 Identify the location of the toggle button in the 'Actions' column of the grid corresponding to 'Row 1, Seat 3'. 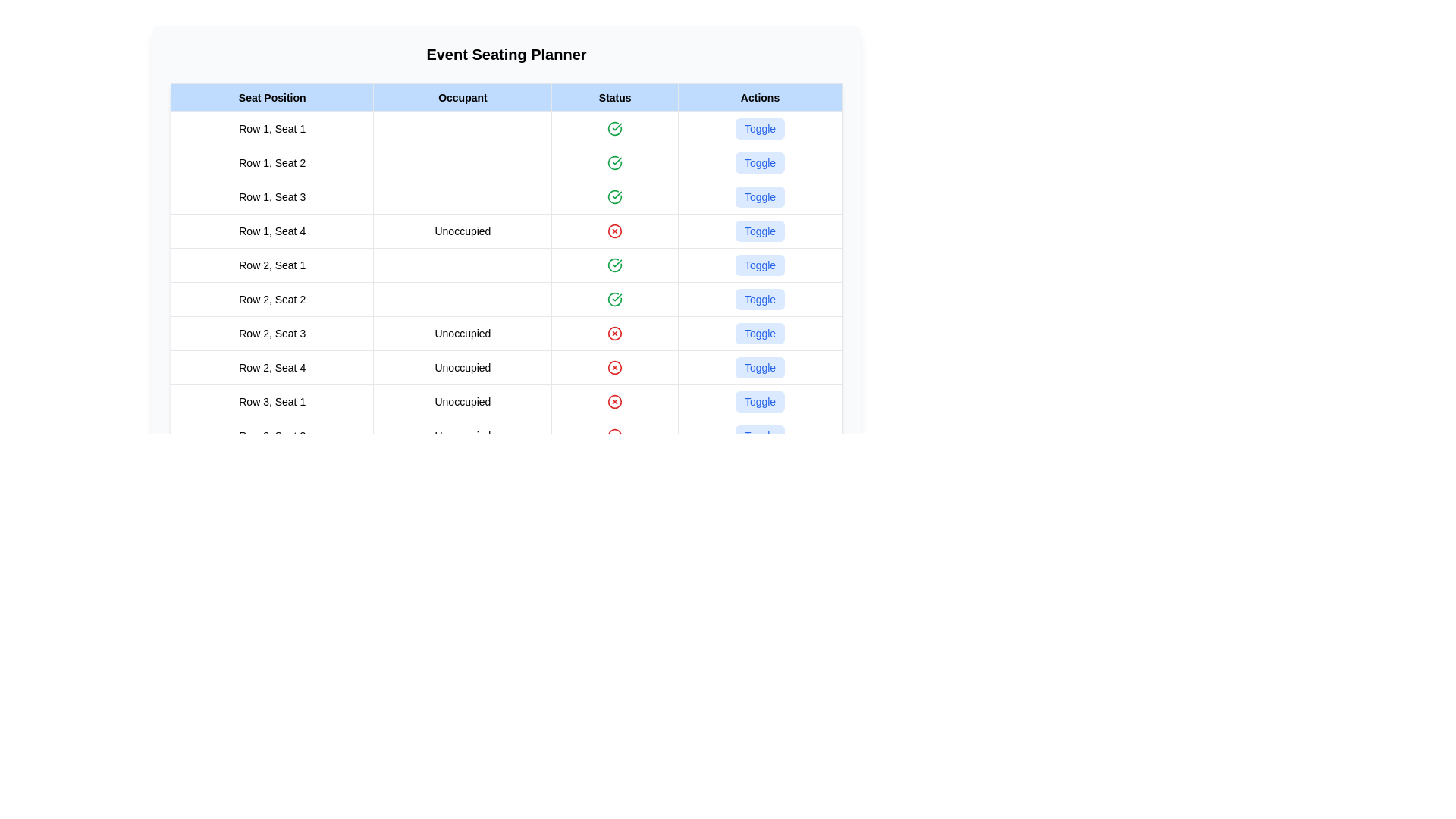
(760, 196).